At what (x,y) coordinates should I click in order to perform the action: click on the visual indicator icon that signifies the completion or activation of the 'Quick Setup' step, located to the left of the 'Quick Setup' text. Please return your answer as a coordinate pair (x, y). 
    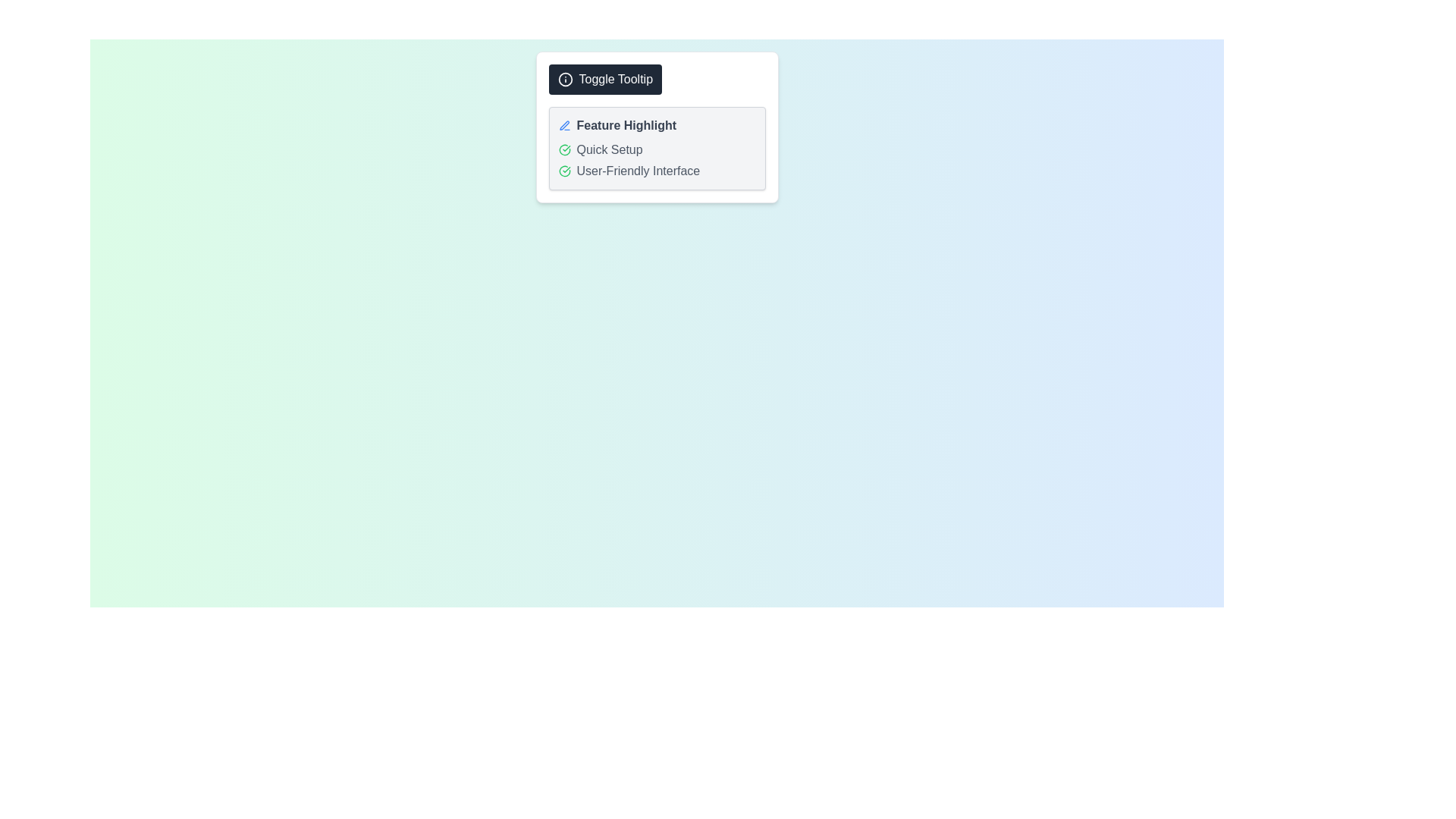
    Looking at the image, I should click on (563, 149).